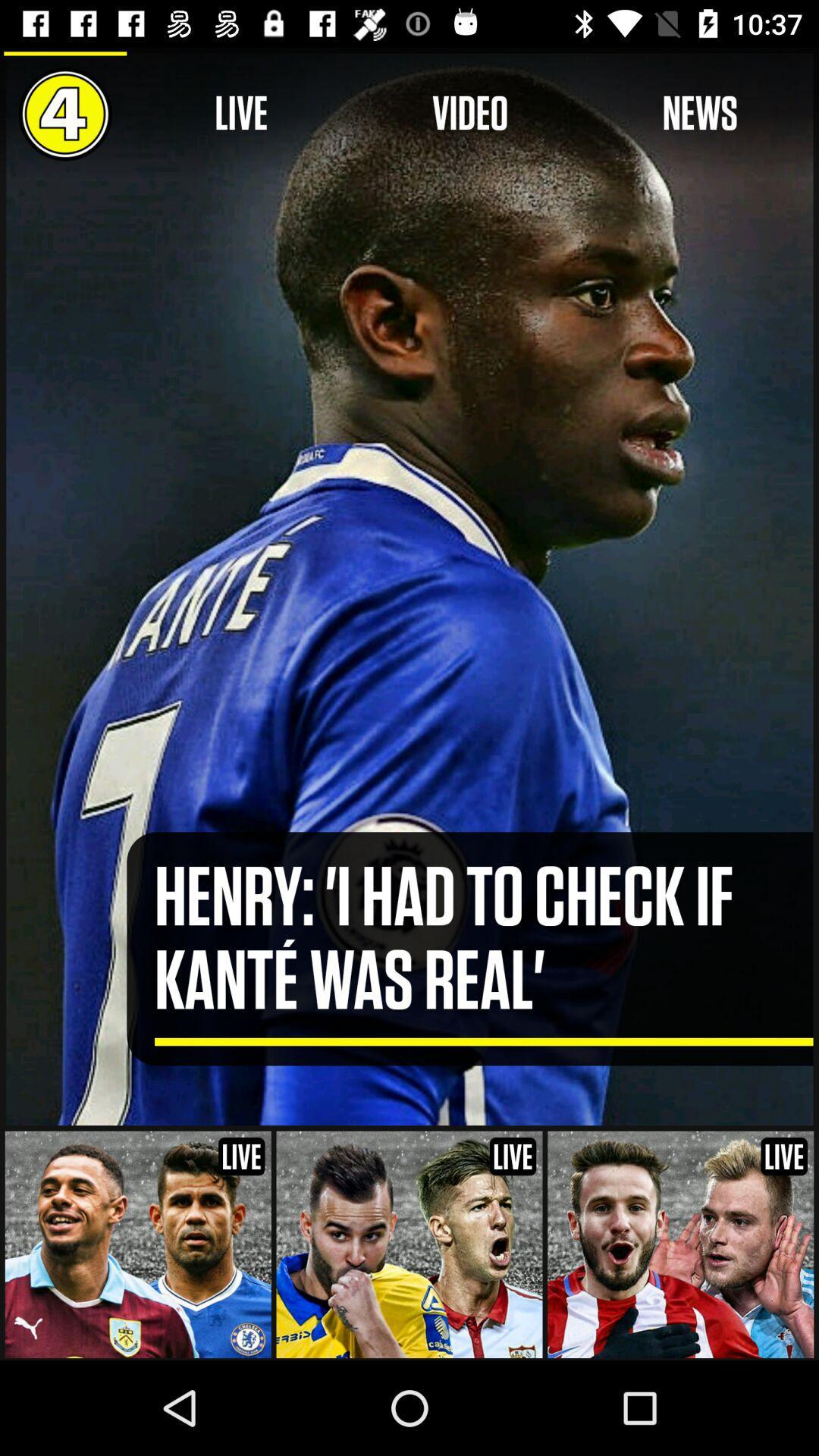  What do you see at coordinates (469, 113) in the screenshot?
I see `video` at bounding box center [469, 113].